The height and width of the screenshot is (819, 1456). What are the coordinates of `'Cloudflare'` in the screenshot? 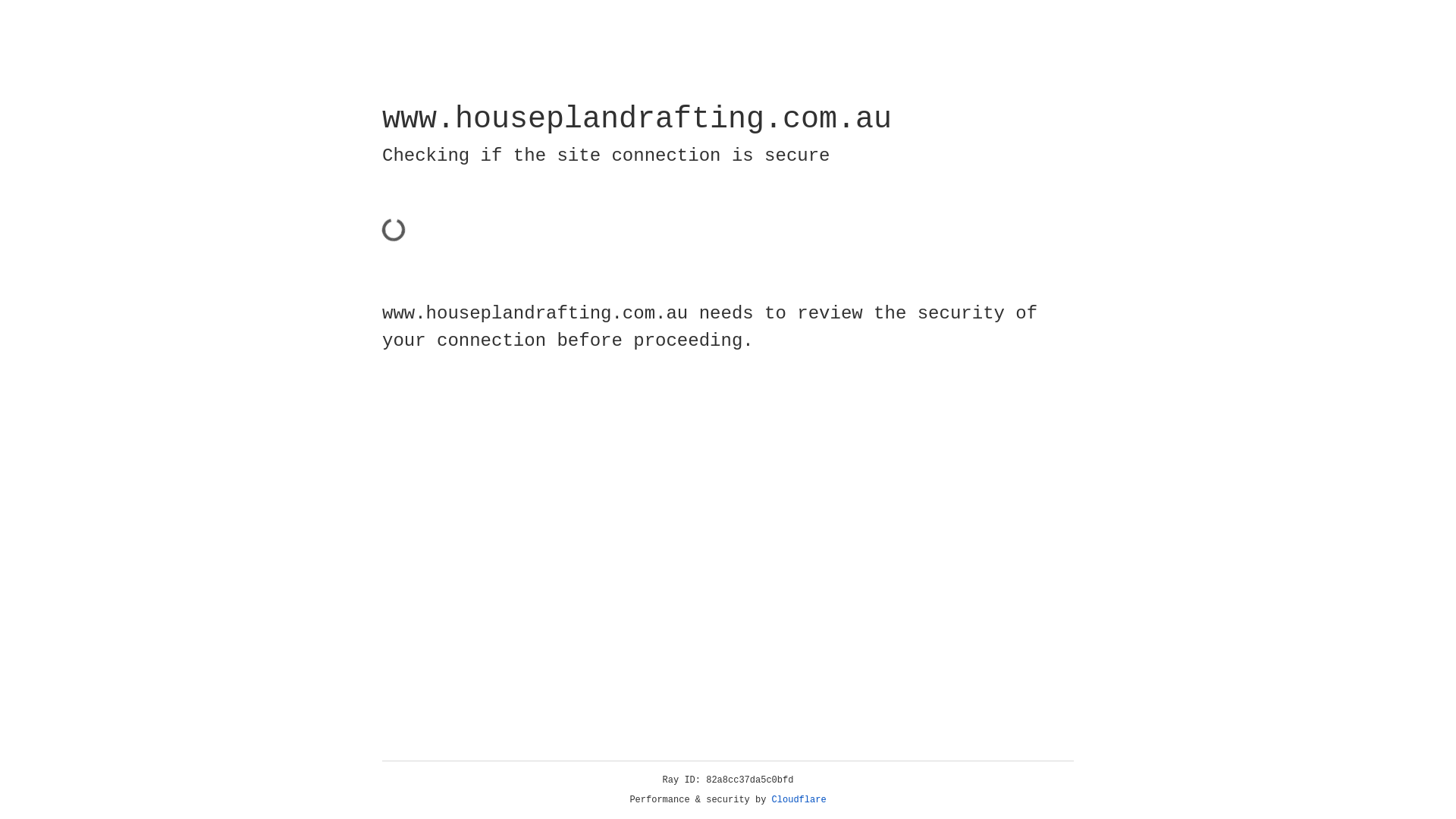 It's located at (799, 799).